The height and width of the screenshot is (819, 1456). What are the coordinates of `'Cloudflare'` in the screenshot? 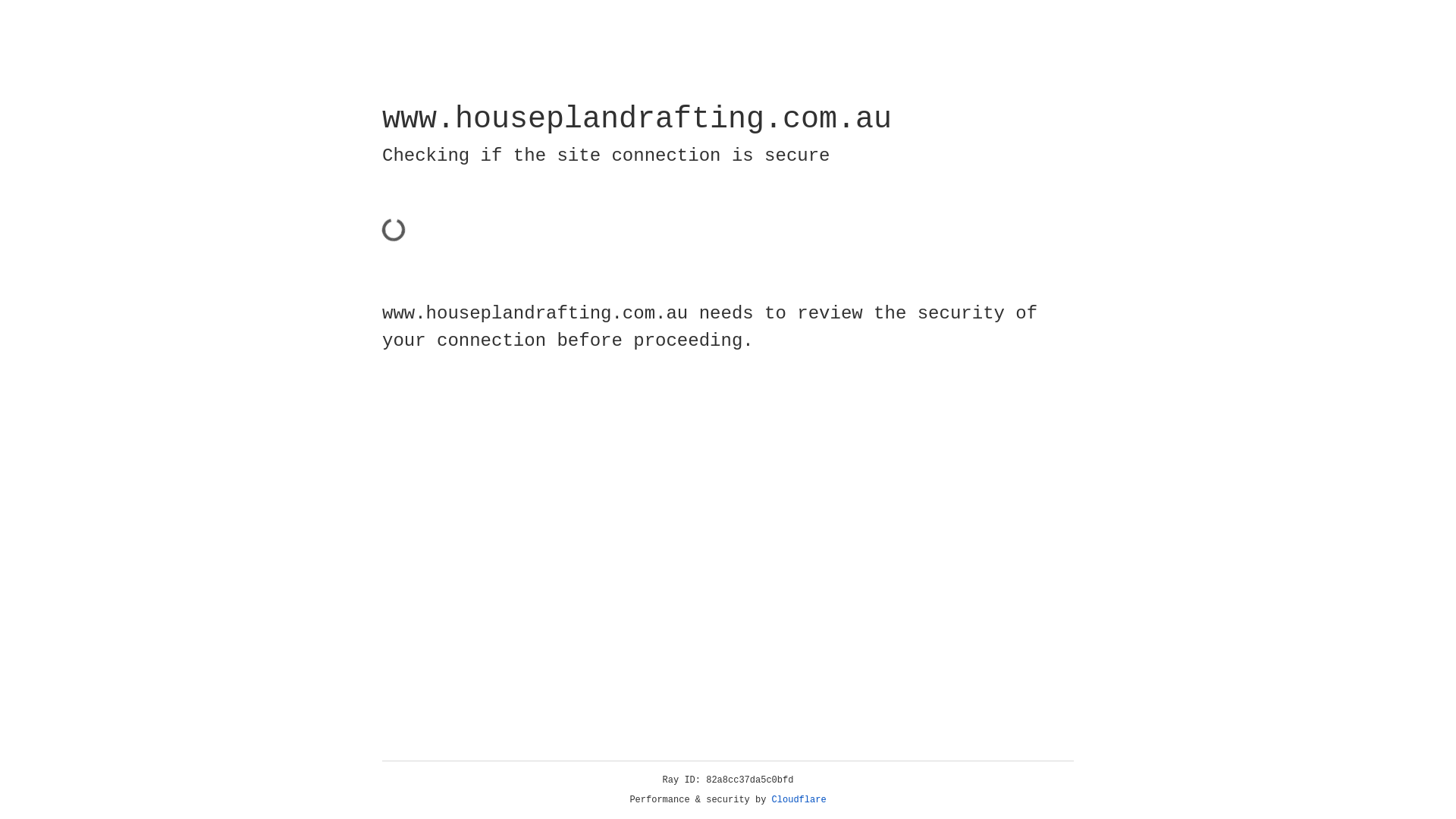 It's located at (799, 799).